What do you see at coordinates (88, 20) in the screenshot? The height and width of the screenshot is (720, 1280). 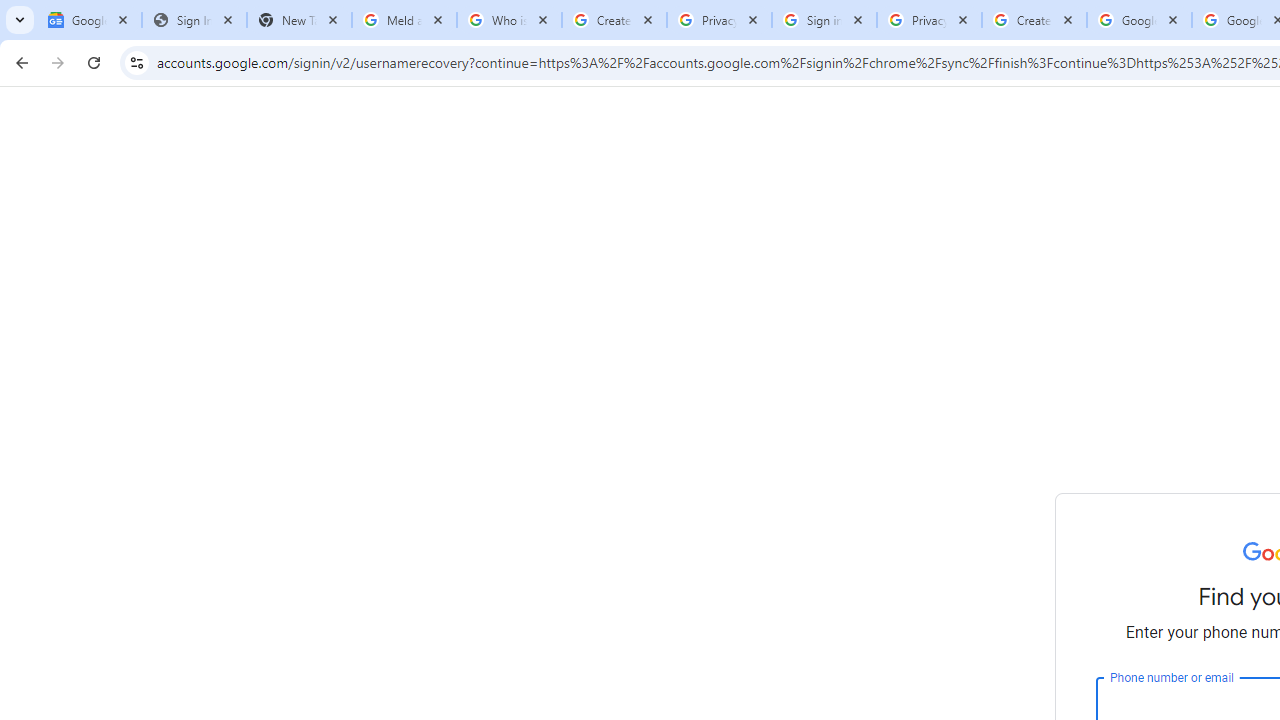 I see `'Google News'` at bounding box center [88, 20].